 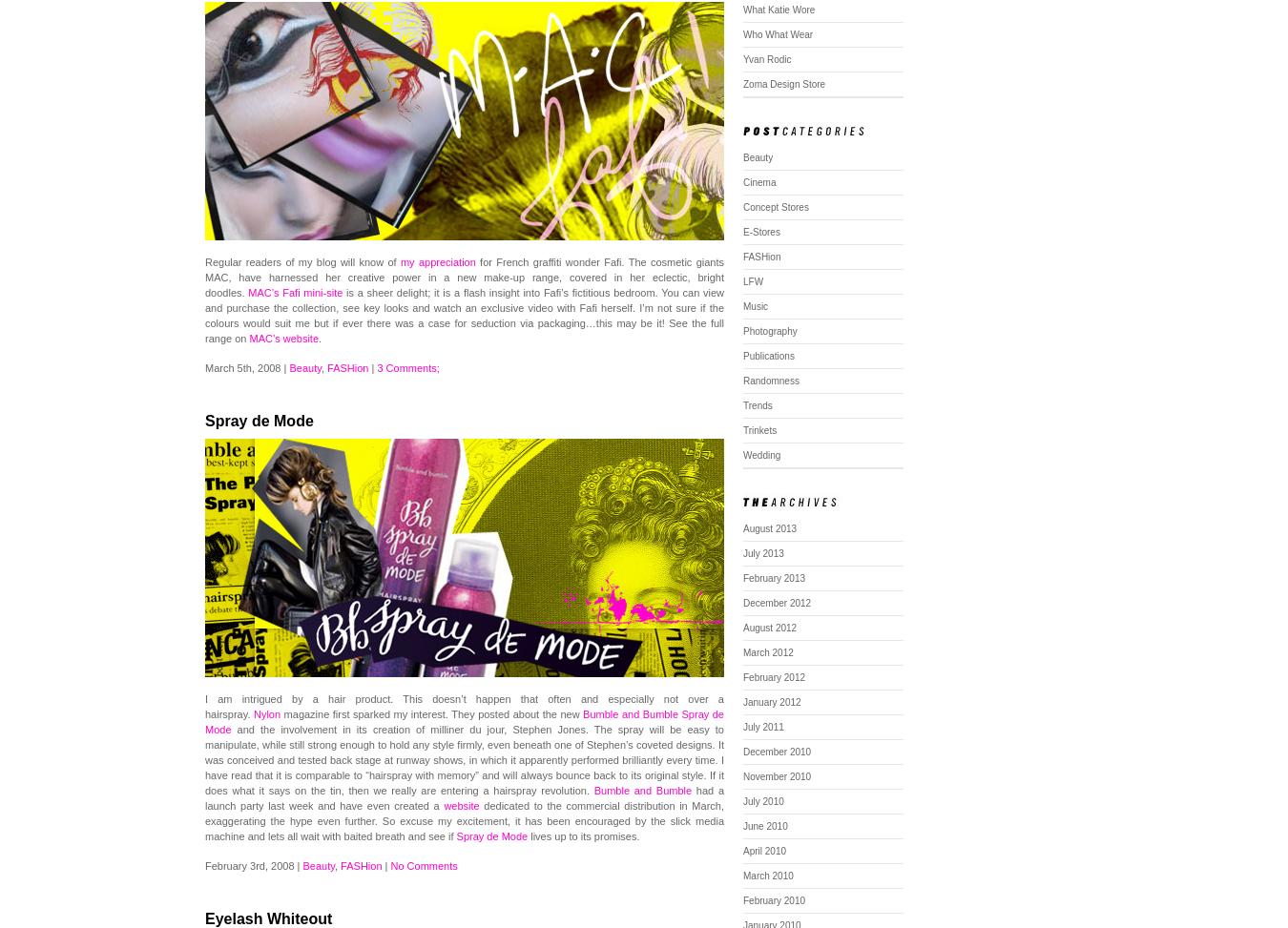 What do you see at coordinates (463, 821) in the screenshot?
I see `'dedicated to the commercial distribution in March, exaggerating the hype even further. So excuse my excitement, it has been encouraged by the slick media machine and lets all wait with baited breath and see if'` at bounding box center [463, 821].